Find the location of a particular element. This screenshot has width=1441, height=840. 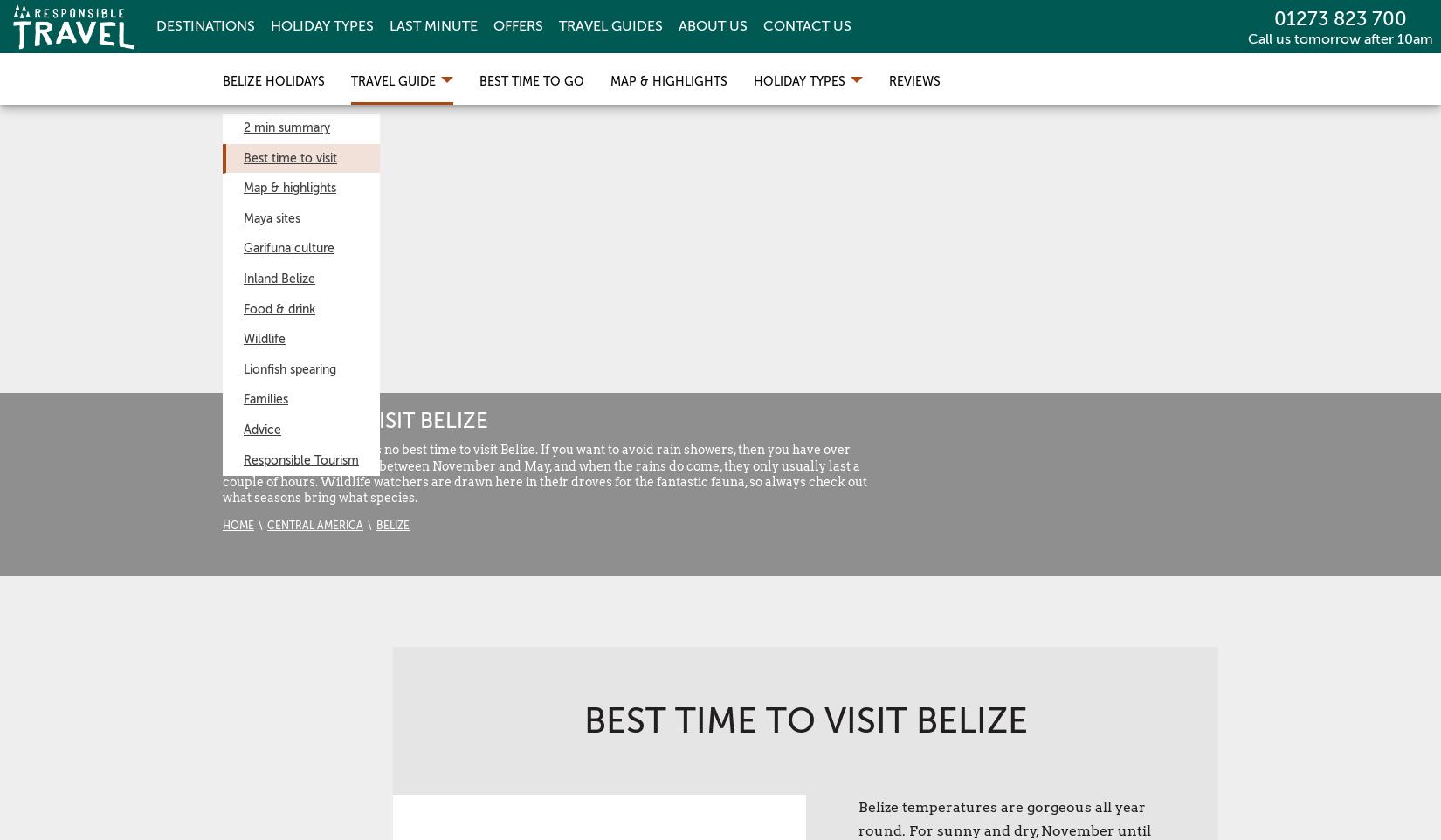

'Hot all year round, there is no best time to visit Belize. If you want to avoid rain showers, then you have over about seven months clear between November and May, and when the rains do come, they only usually last a couple of hours. Wildlife watchers are drawn here in their droves for the fantastic fauna, so always check out what seasons bring what species.' is located at coordinates (222, 472).